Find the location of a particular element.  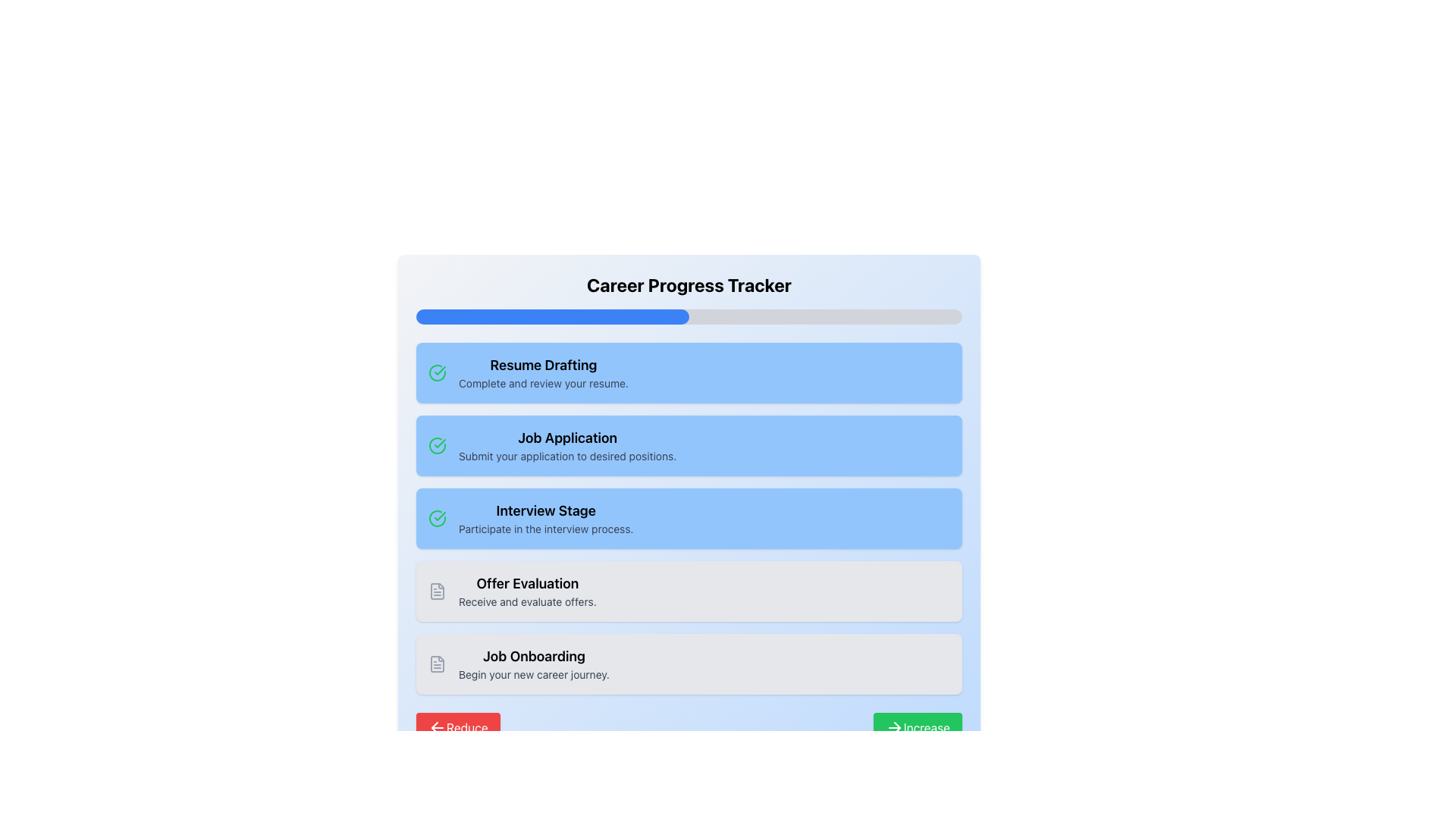

the small grayscale document icon located to the left of the 'Job Onboarding' heading is located at coordinates (436, 663).